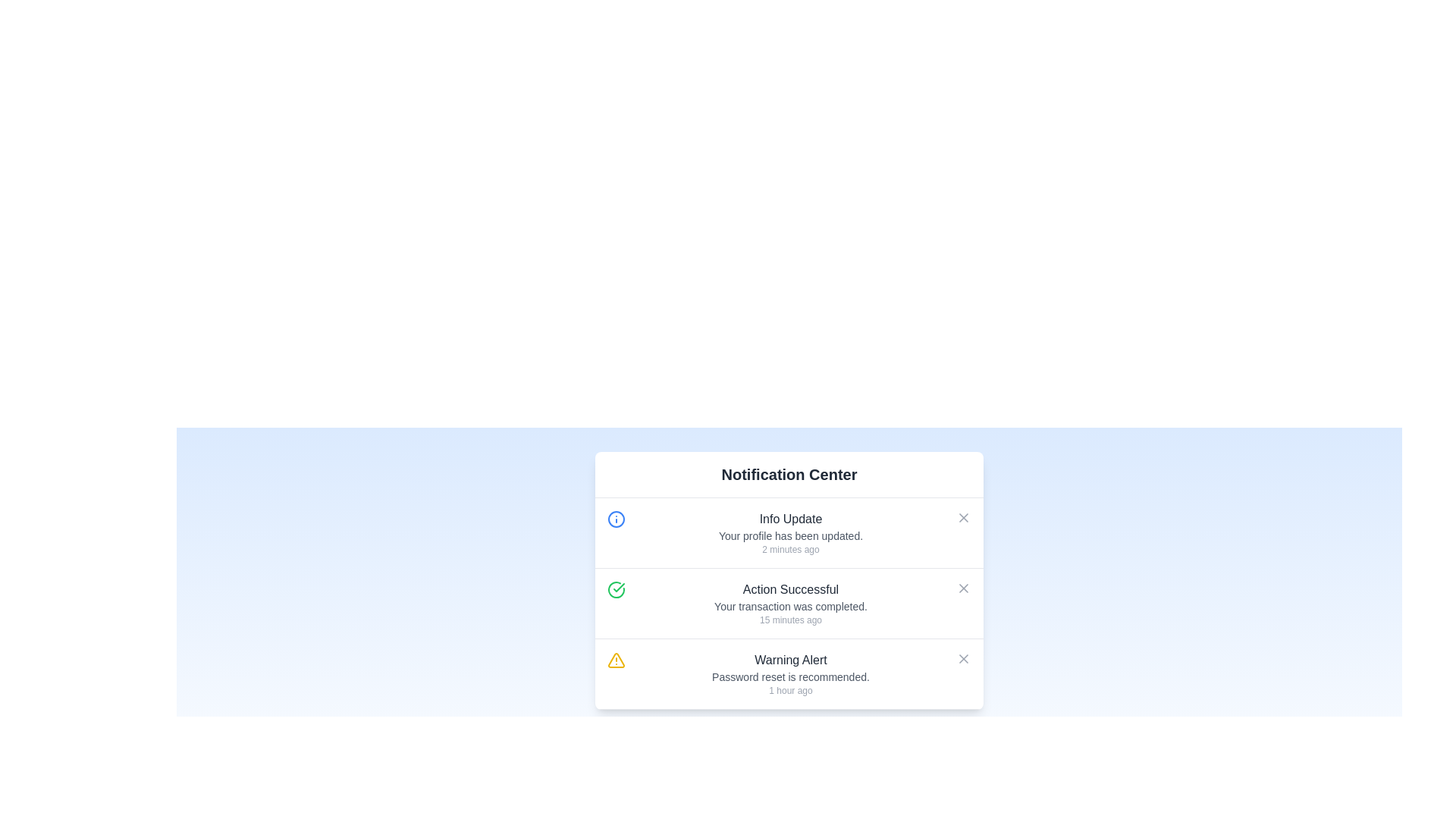 This screenshot has height=819, width=1456. What do you see at coordinates (789, 605) in the screenshot?
I see `the text label displaying the message 'Your transaction was completed.'` at bounding box center [789, 605].